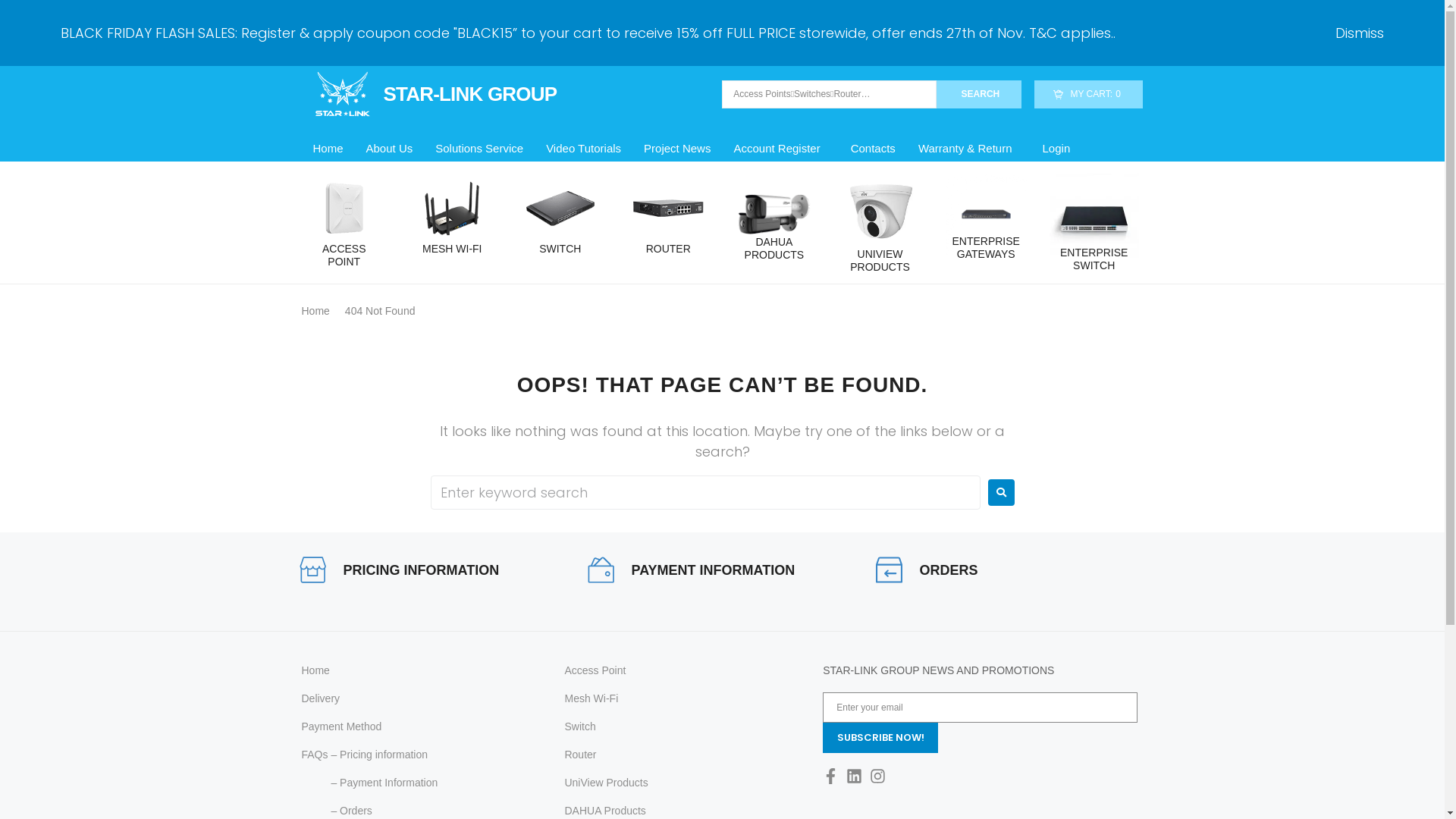 This screenshot has width=1456, height=819. I want to click on 'Switch', so click(563, 726).